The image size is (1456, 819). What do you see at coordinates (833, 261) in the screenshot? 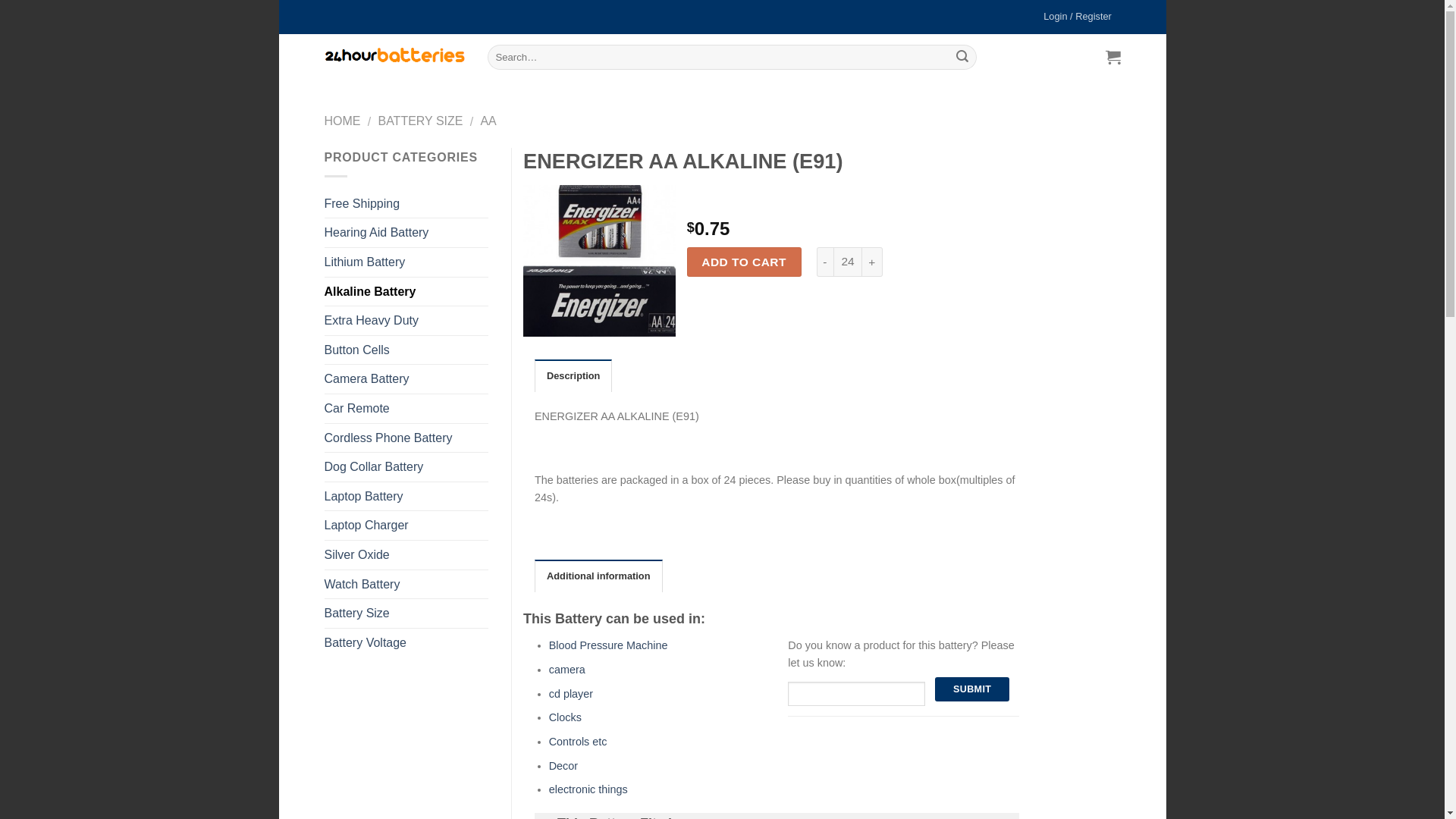
I see `'Qty'` at bounding box center [833, 261].